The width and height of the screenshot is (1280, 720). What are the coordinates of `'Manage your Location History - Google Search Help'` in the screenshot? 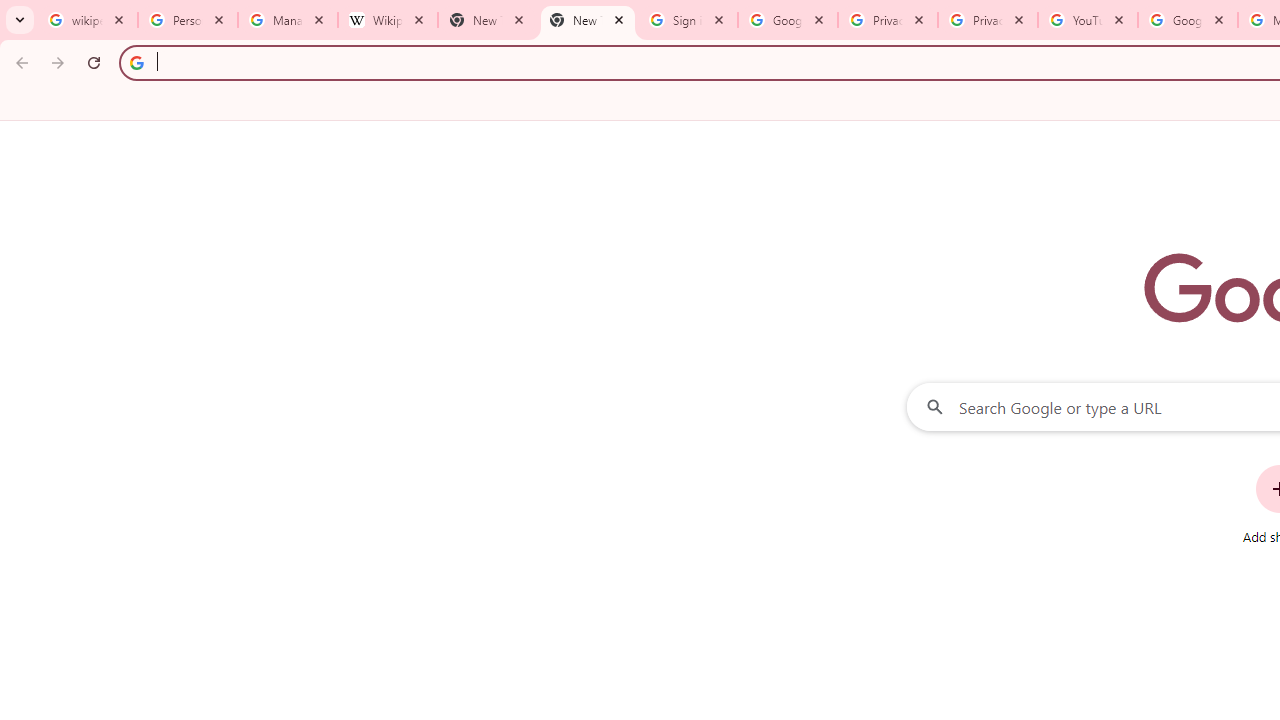 It's located at (287, 20).